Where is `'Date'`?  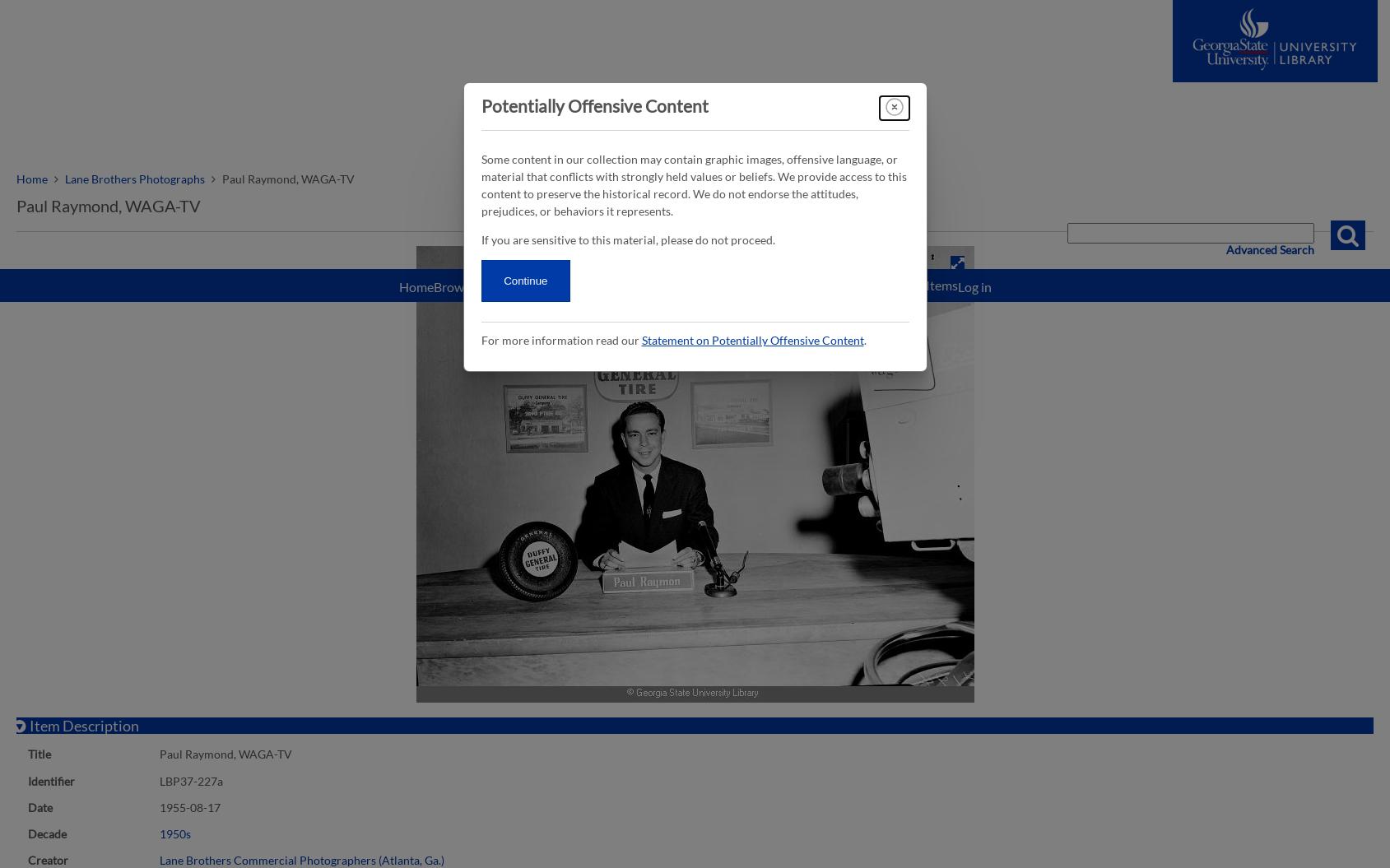
'Date' is located at coordinates (39, 806).